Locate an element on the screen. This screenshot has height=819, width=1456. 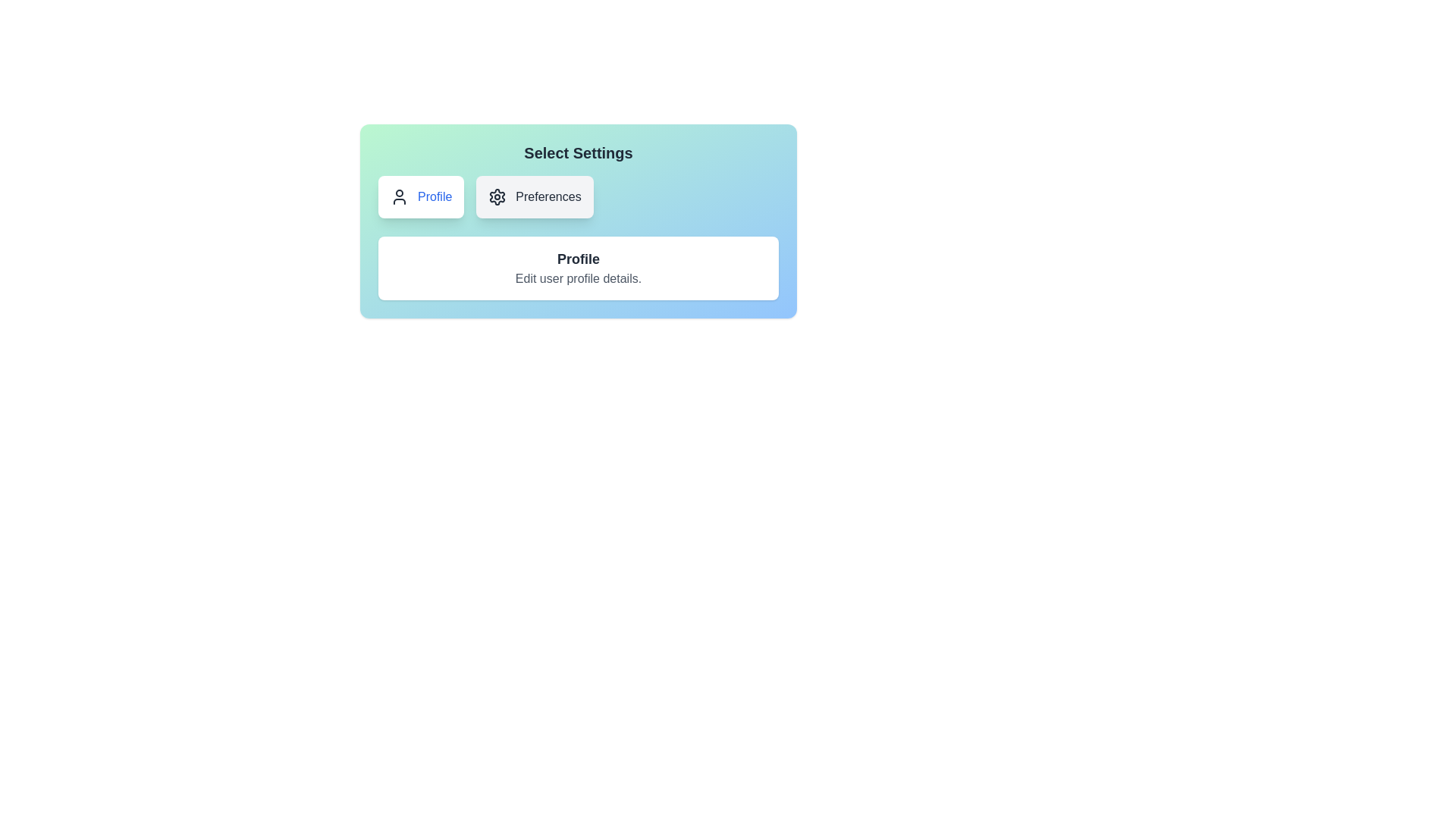
the SVG Icon located to the left of the 'Preferences' text, which serves as a visual indicator for accessing settings or preferences is located at coordinates (497, 196).